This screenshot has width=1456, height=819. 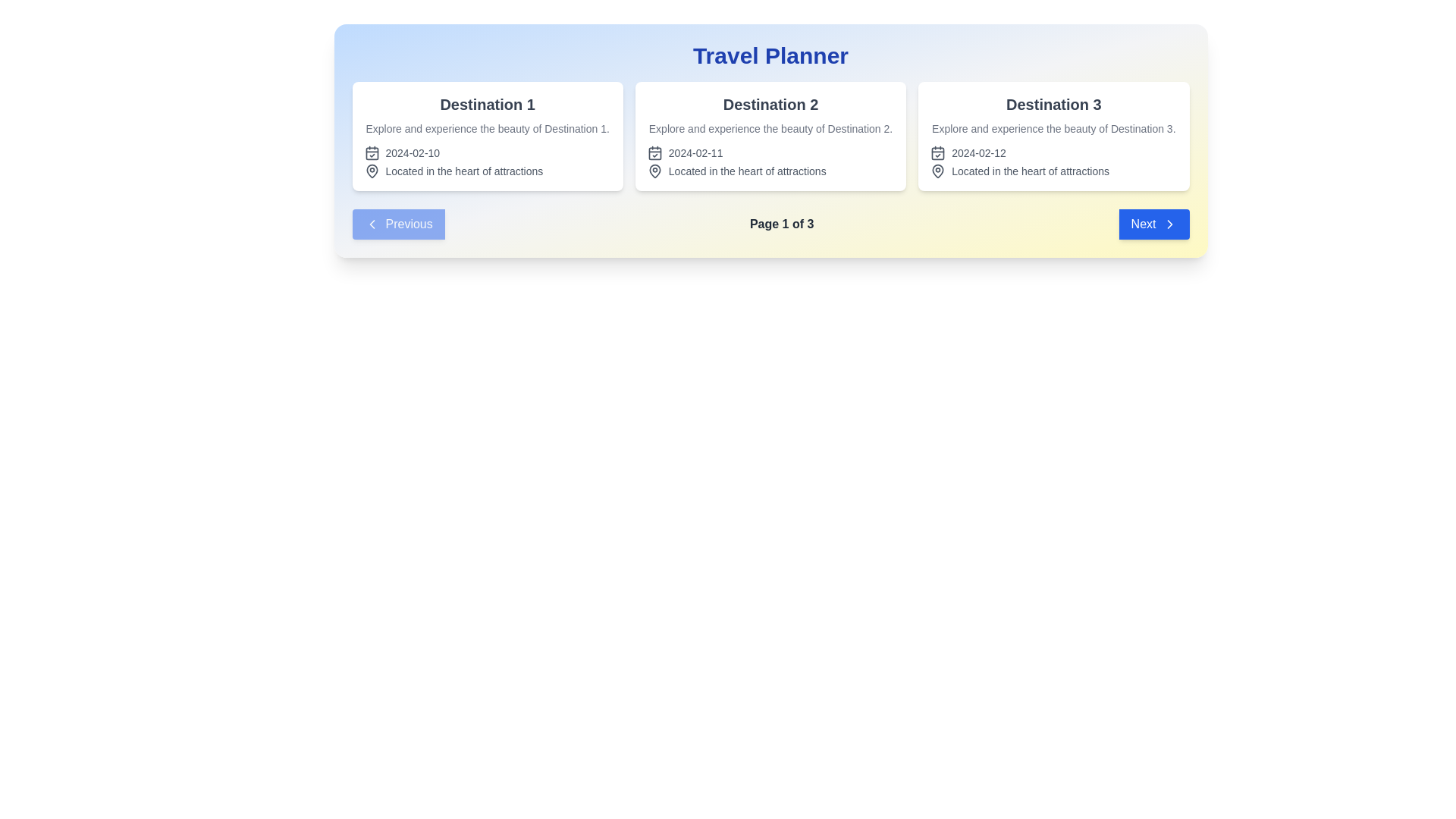 What do you see at coordinates (1053, 171) in the screenshot?
I see `the text with accompanying icon providing location information for 'Destination 3', positioned below the date '2024-02-12'` at bounding box center [1053, 171].